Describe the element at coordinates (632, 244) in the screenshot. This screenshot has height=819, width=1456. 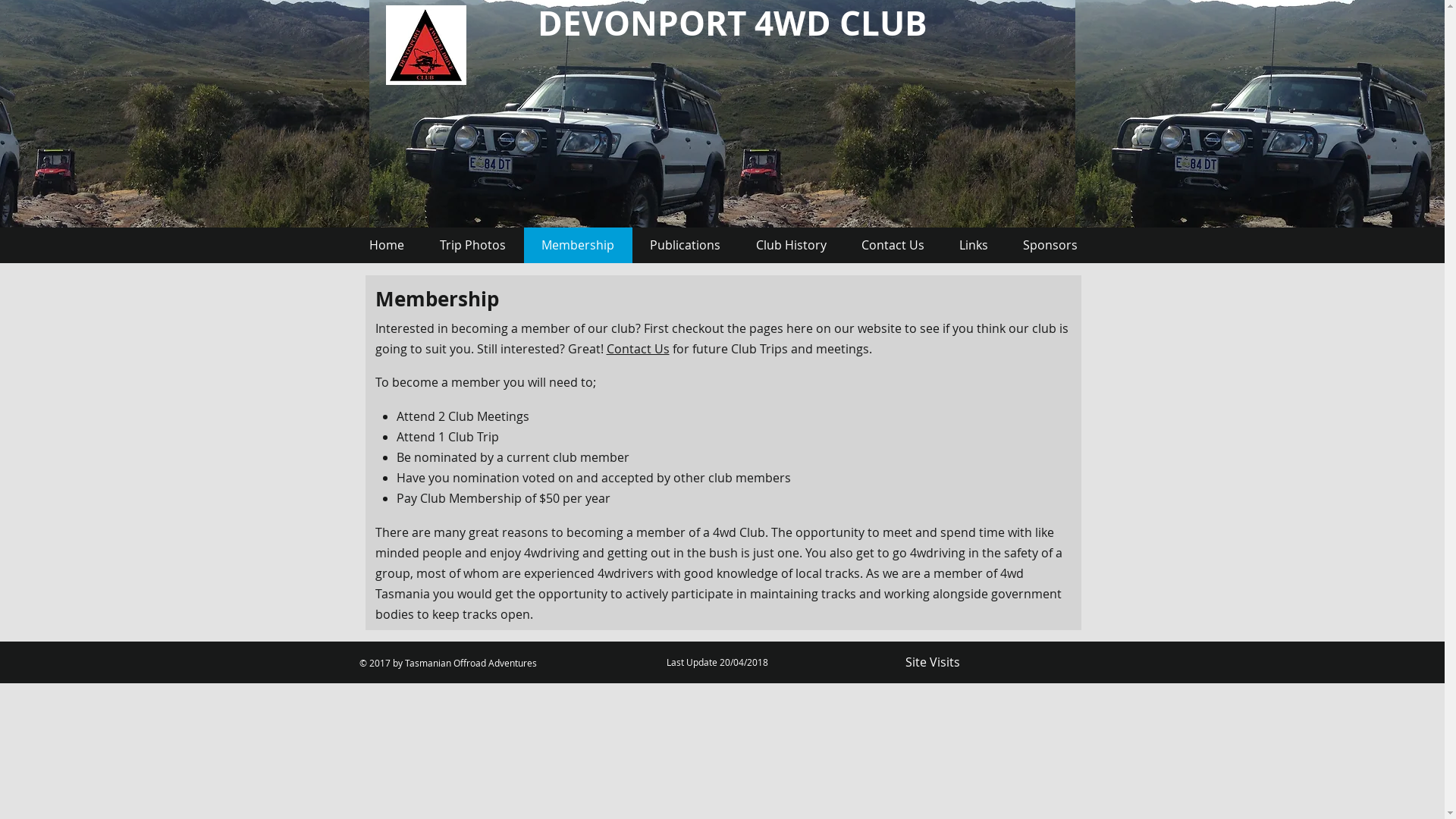
I see `'Publications'` at that location.